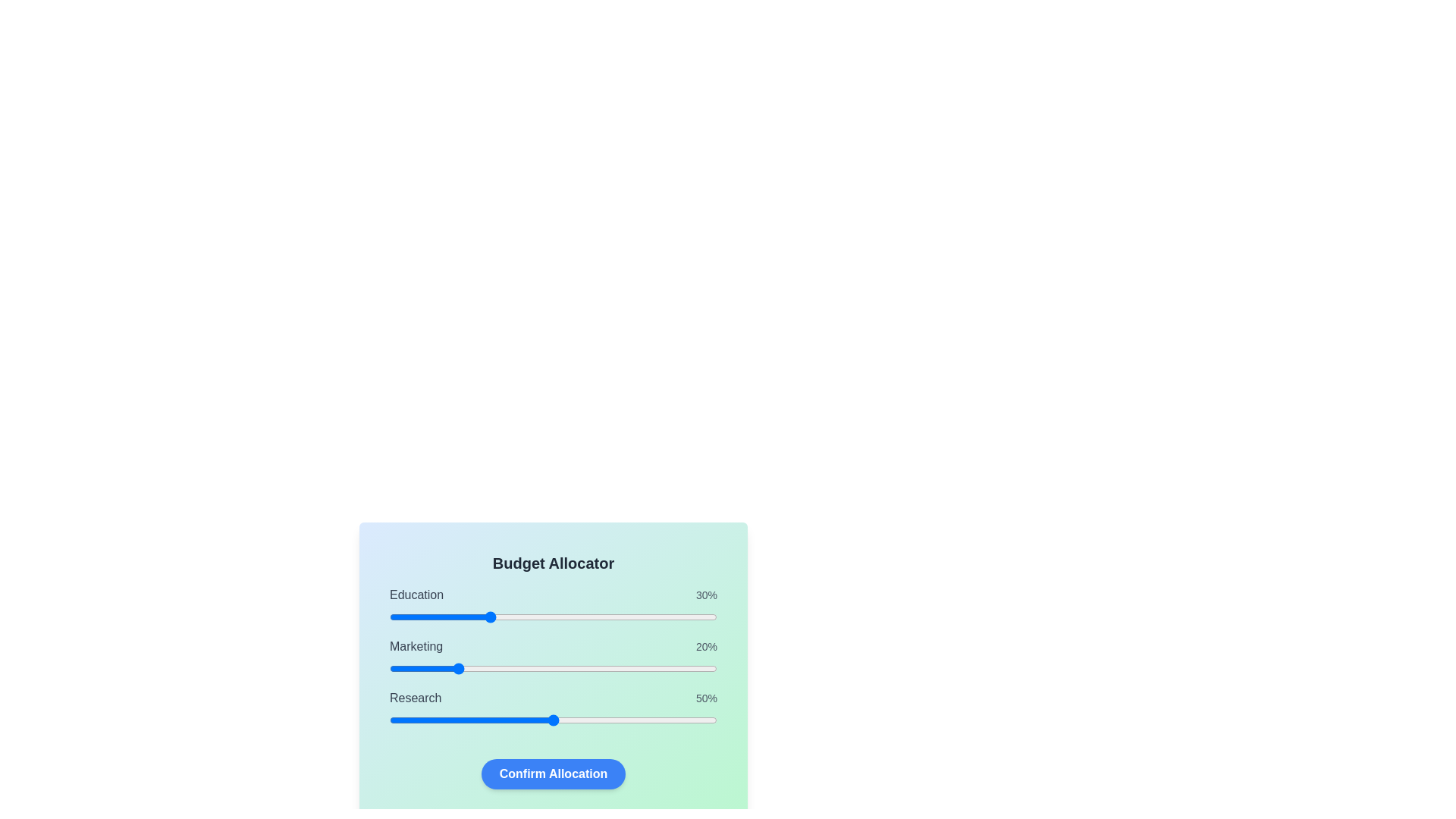  Describe the element at coordinates (396, 719) in the screenshot. I see `the Research allocation slider to 2%` at that location.